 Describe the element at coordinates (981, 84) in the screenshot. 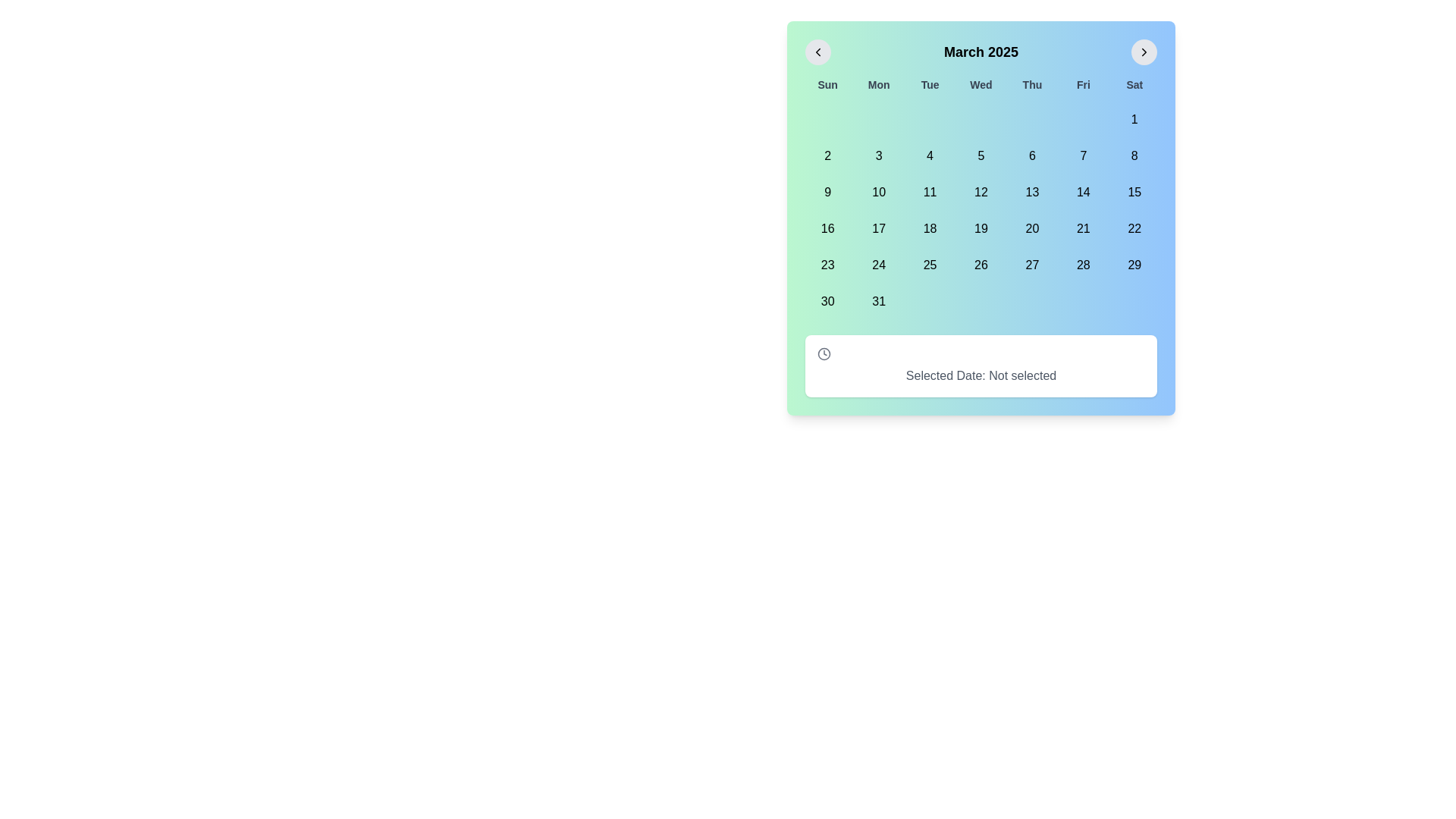

I see `the horizontal row of abbreviated weekday labels (Sun to Sat)` at that location.